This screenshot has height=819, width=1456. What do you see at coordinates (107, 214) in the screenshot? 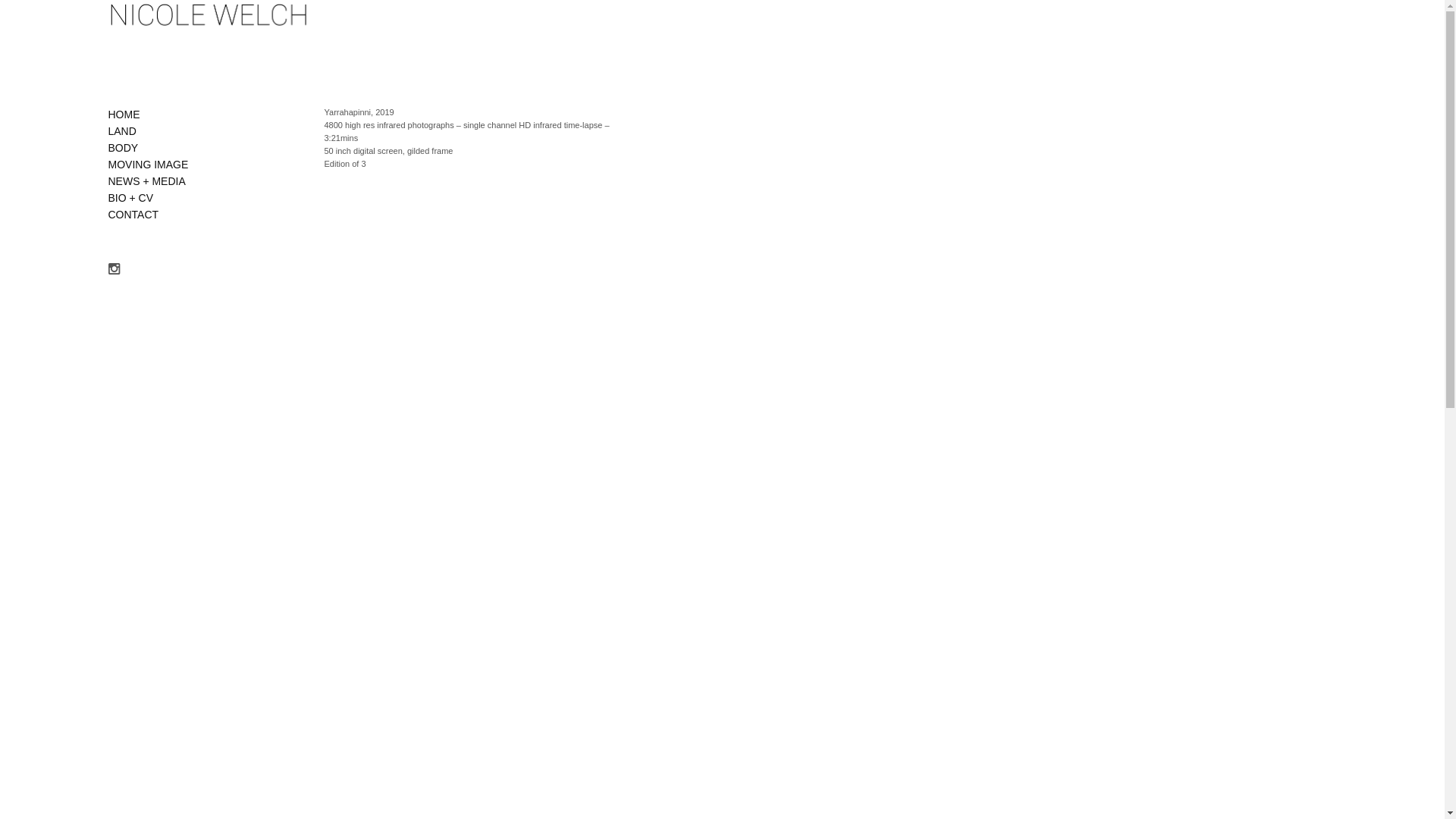
I see `'CONTACT'` at bounding box center [107, 214].